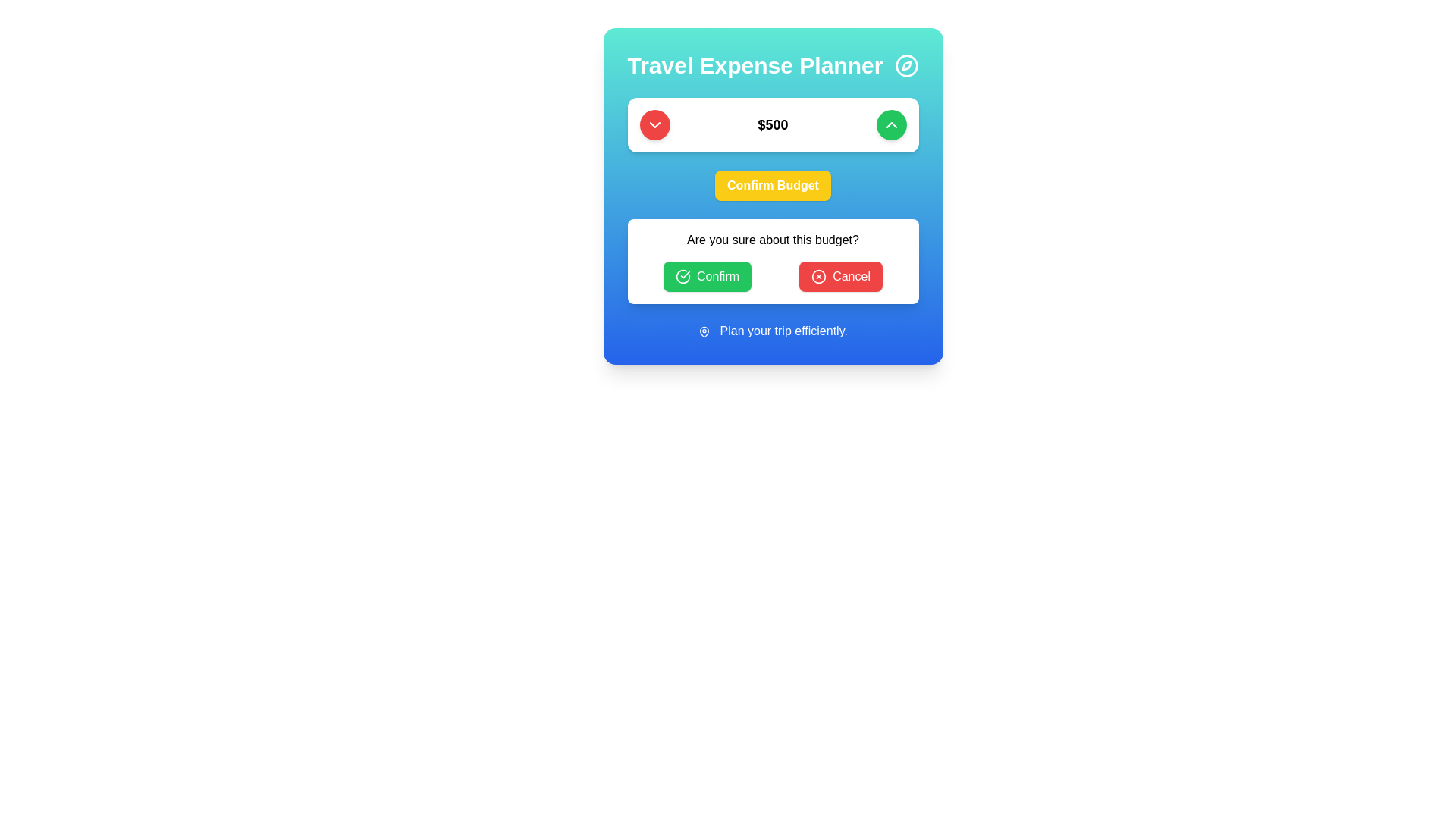  Describe the element at coordinates (773, 277) in the screenshot. I see `the 'Cancel' button in the button group located at the bottom of the modal window` at that location.